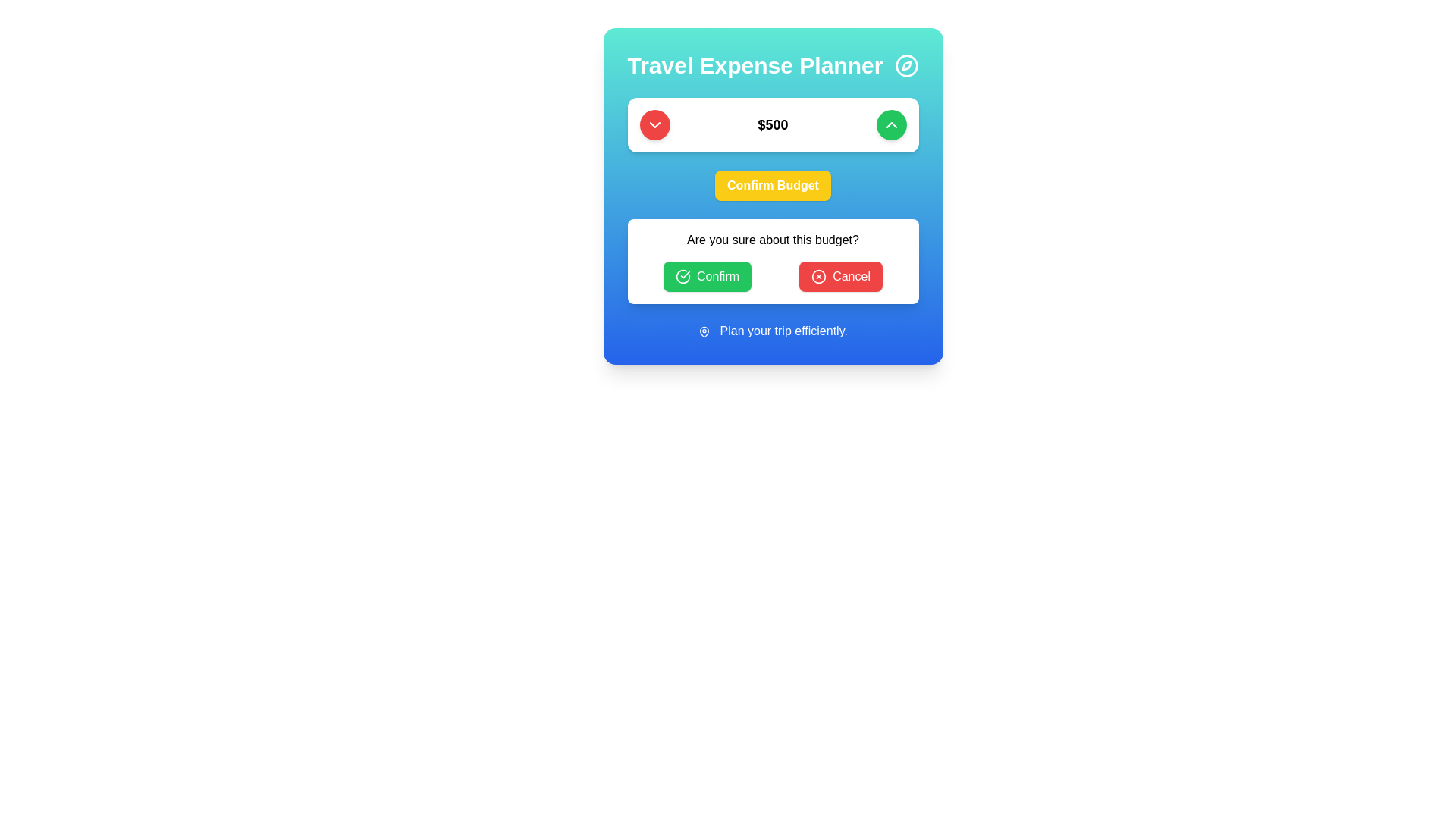  Describe the element at coordinates (773, 277) in the screenshot. I see `the 'Cancel' button in the button group located at the bottom of the modal window` at that location.